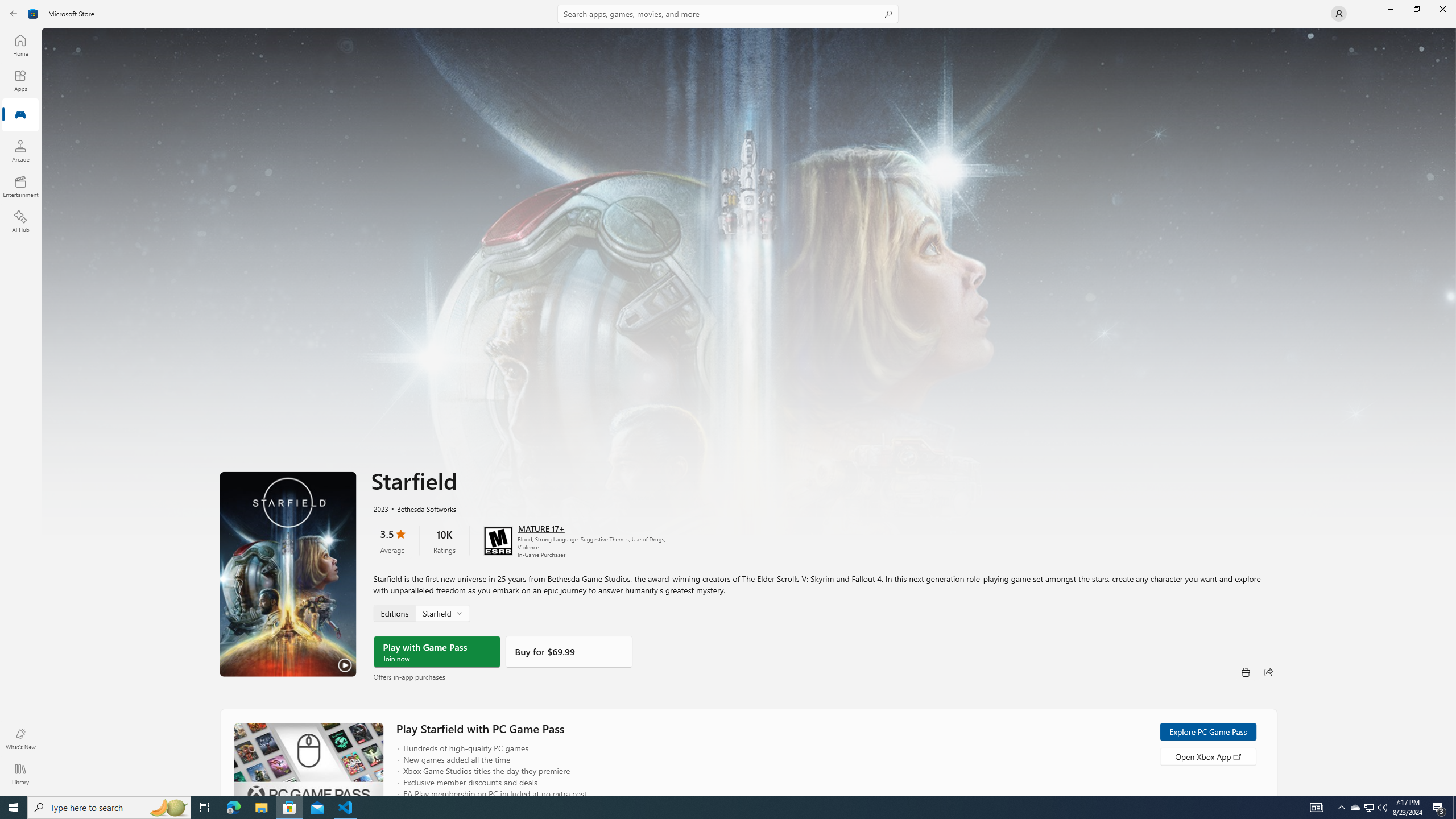  What do you see at coordinates (19, 80) in the screenshot?
I see `'Apps'` at bounding box center [19, 80].